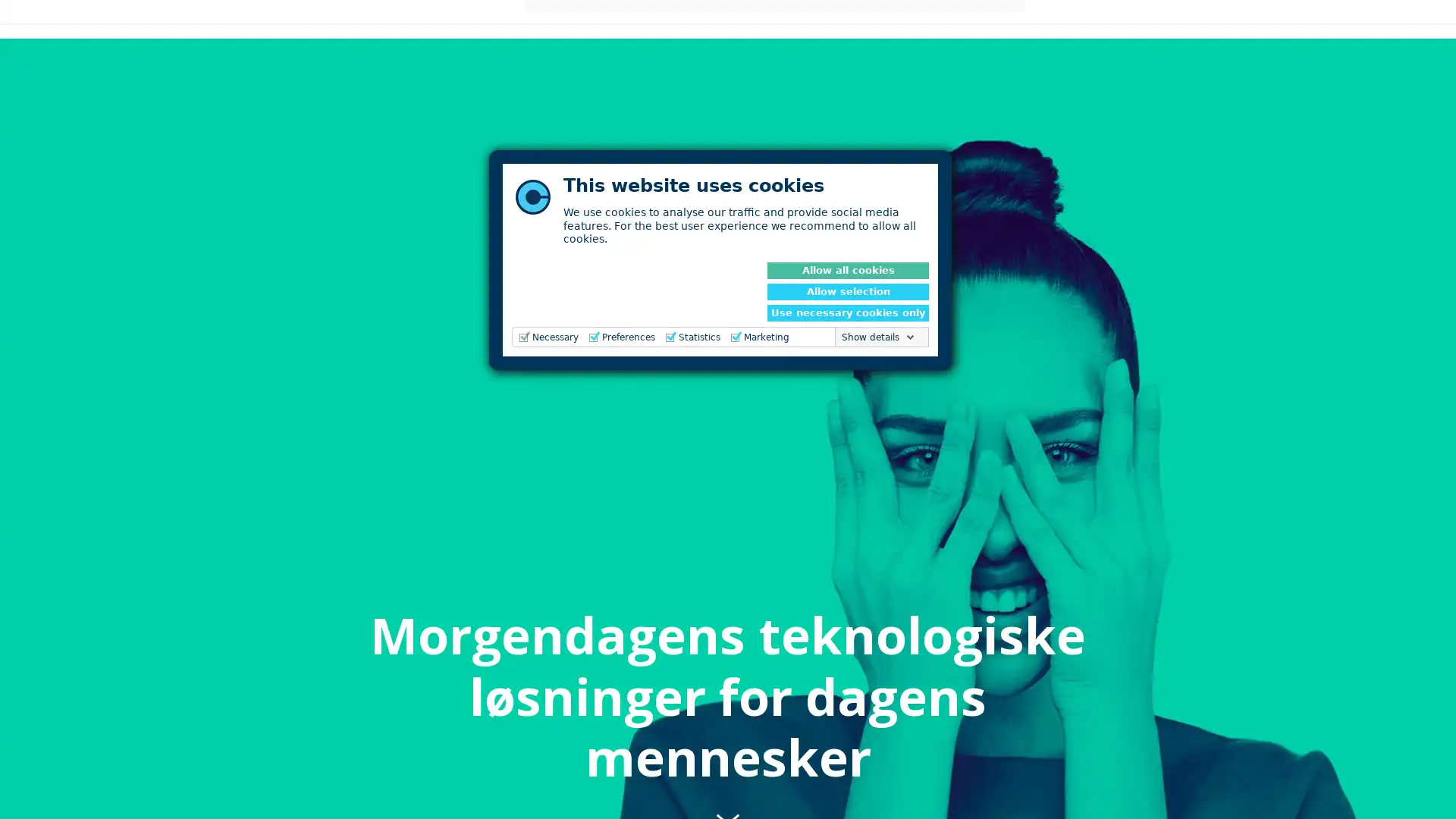  Describe the element at coordinates (728, 786) in the screenshot. I see `Videre til innholdet` at that location.